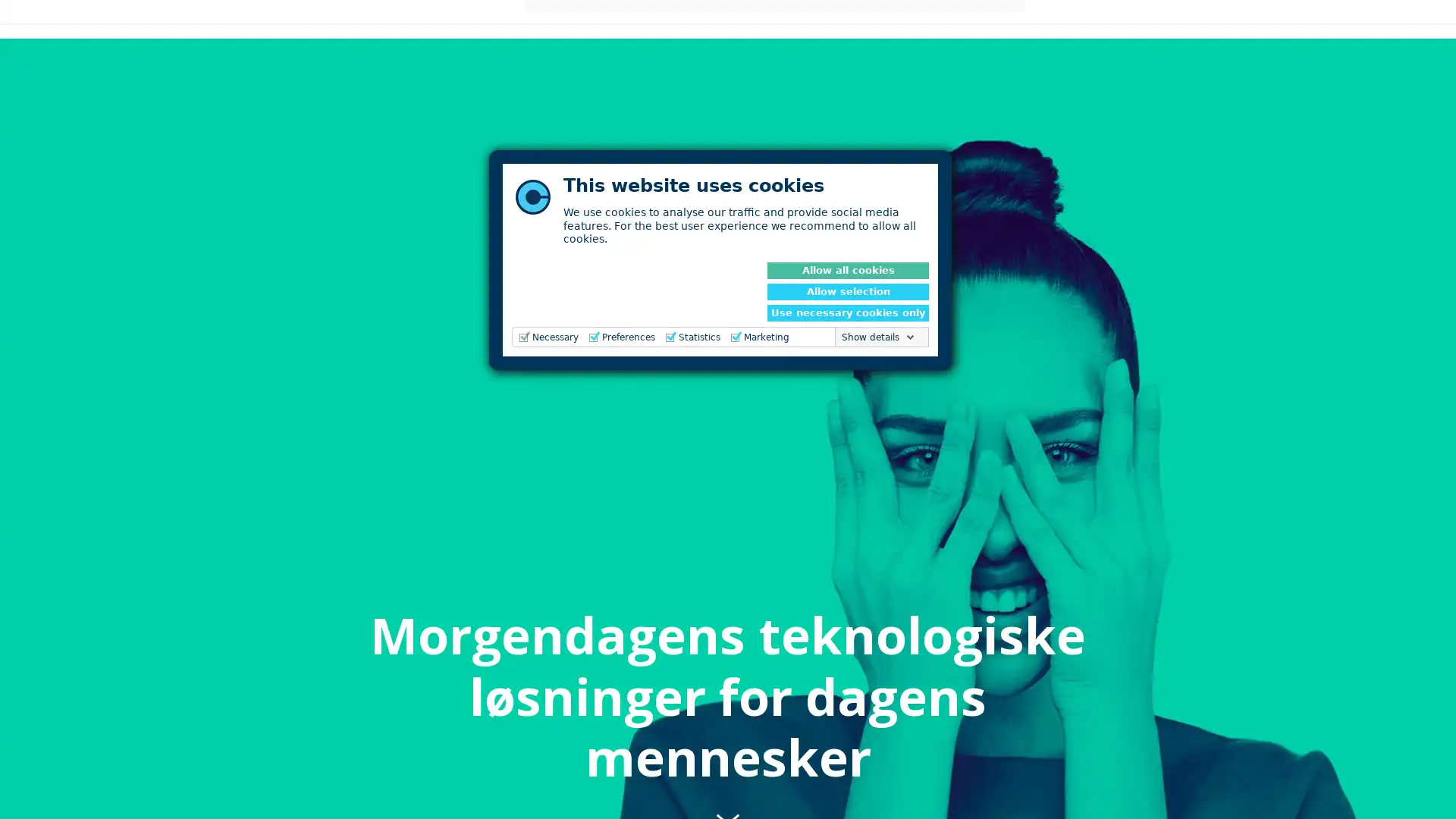  Describe the element at coordinates (728, 786) in the screenshot. I see `Videre til innholdet` at that location.